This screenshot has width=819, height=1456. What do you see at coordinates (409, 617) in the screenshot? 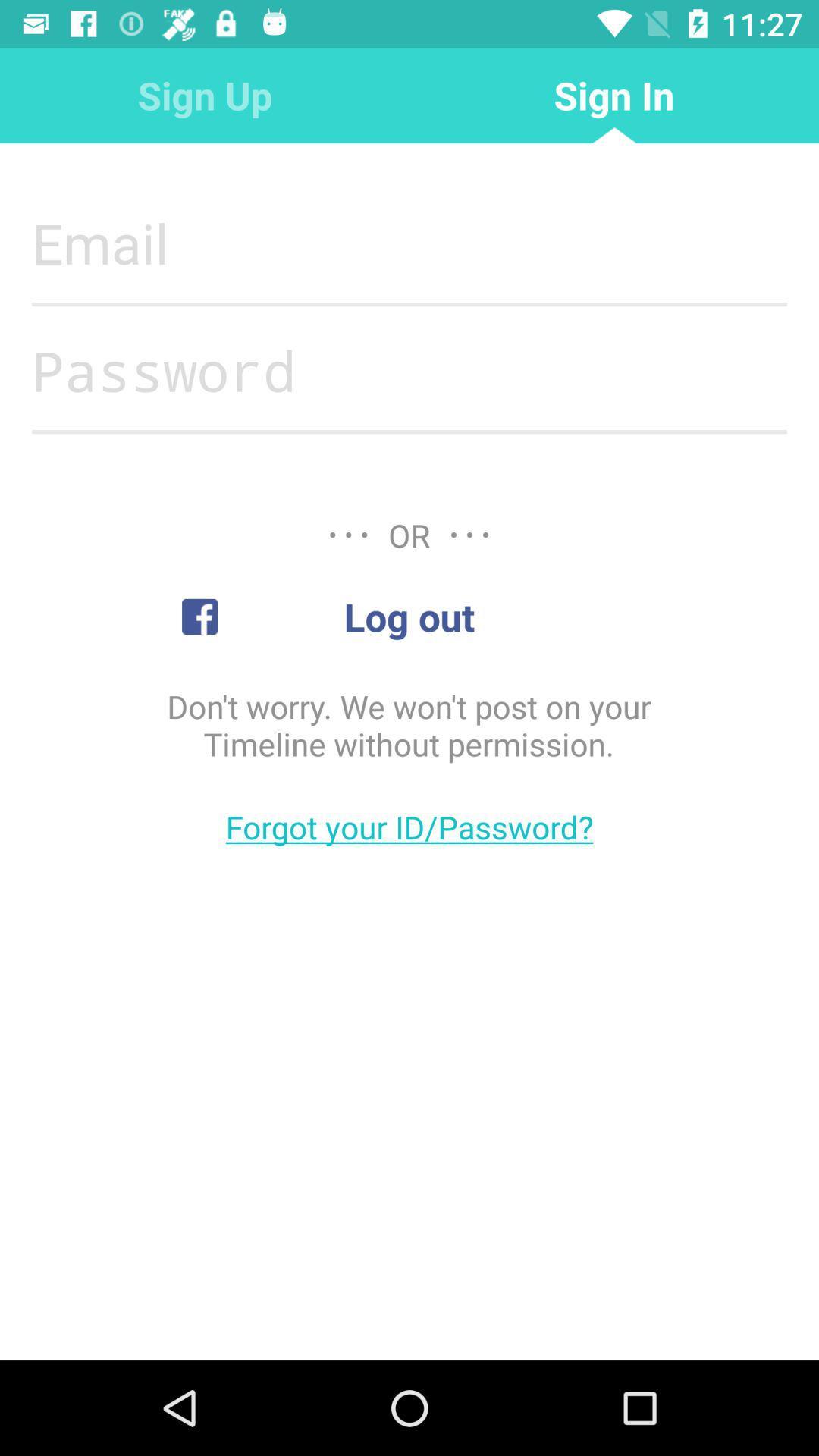
I see `log out` at bounding box center [409, 617].